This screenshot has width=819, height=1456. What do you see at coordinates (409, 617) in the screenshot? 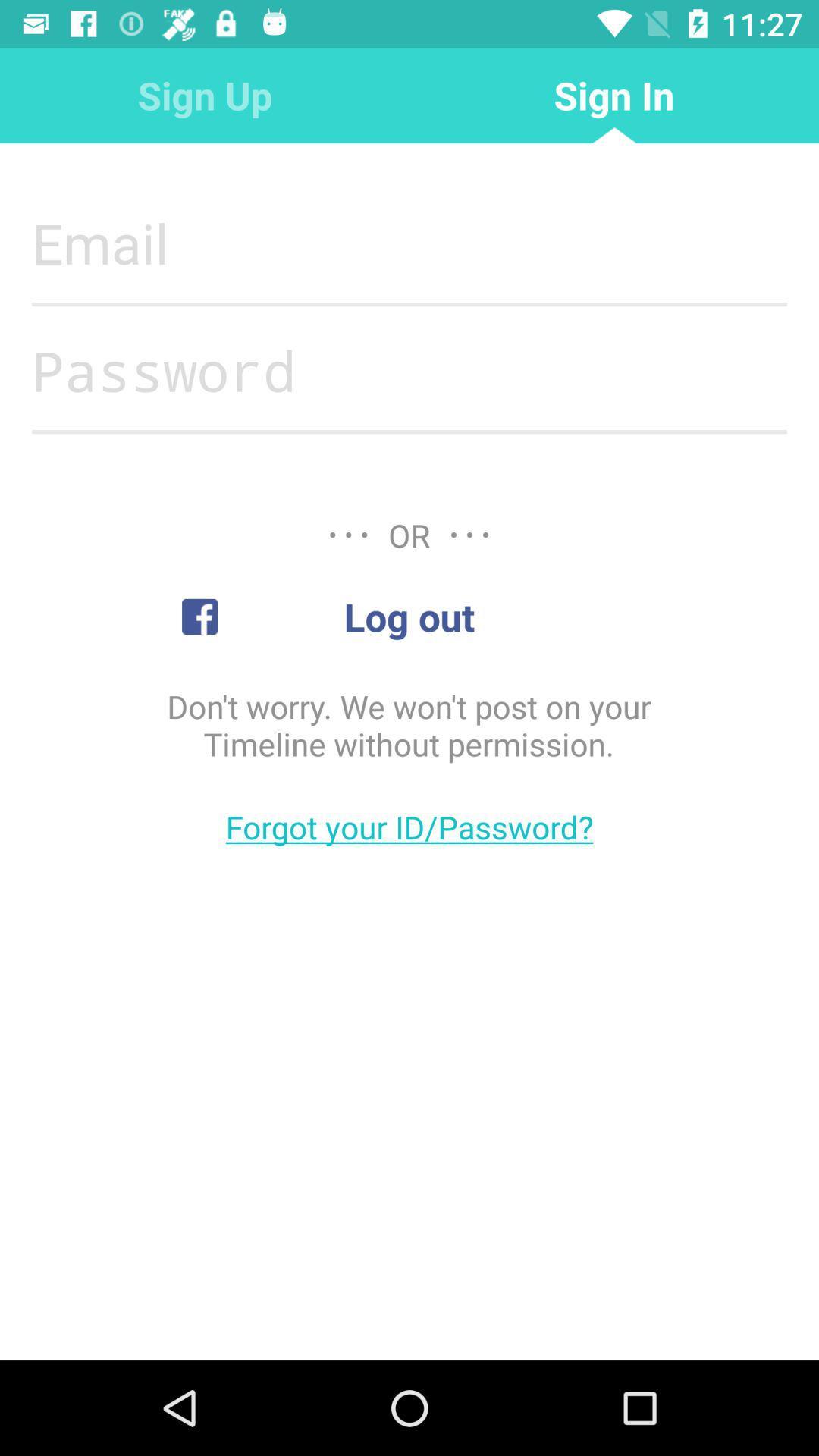
I see `log out` at bounding box center [409, 617].